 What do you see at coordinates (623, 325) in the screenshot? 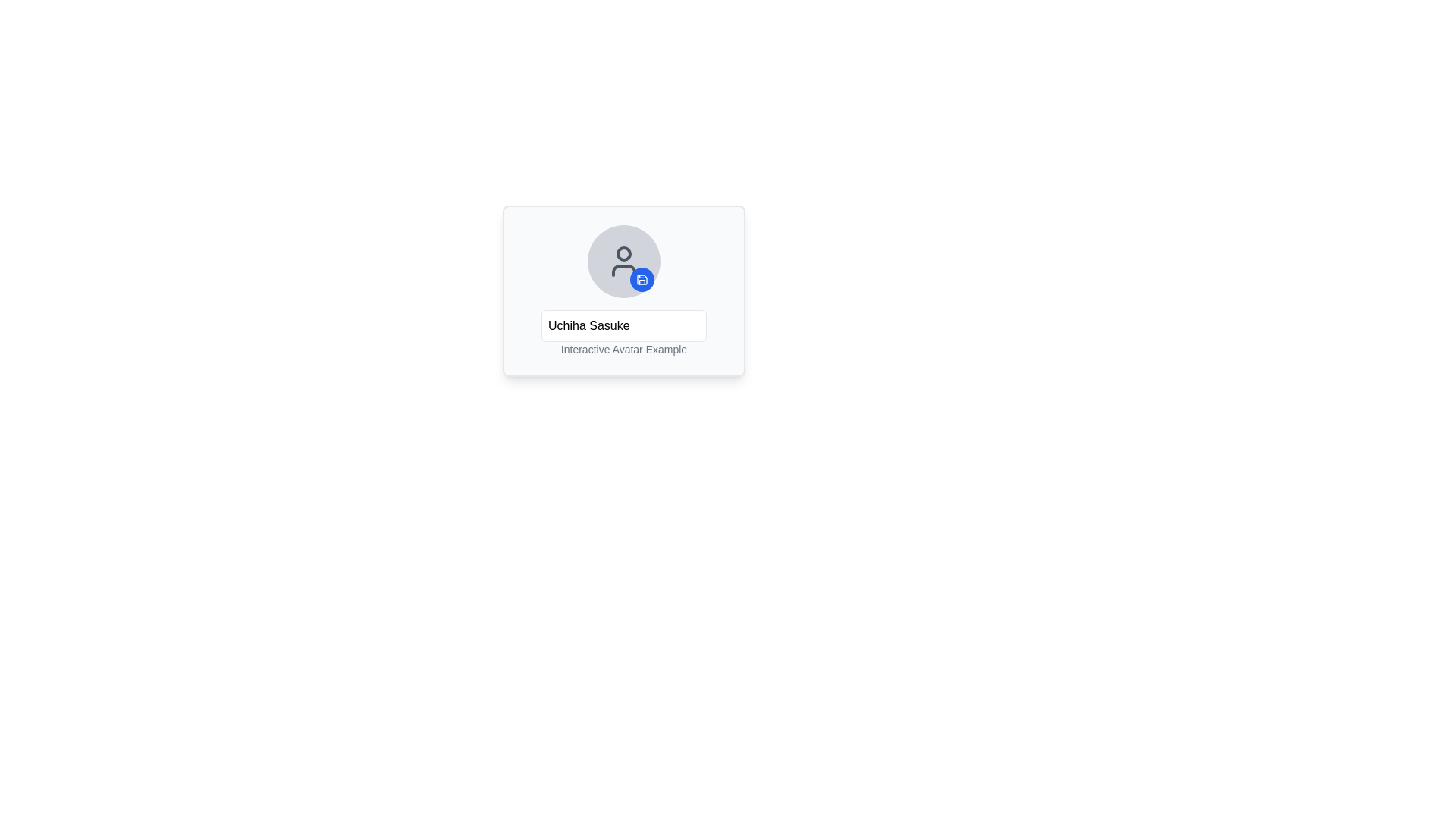
I see `the rectangular text box displaying the name 'Uchiha Sasuke'` at bounding box center [623, 325].